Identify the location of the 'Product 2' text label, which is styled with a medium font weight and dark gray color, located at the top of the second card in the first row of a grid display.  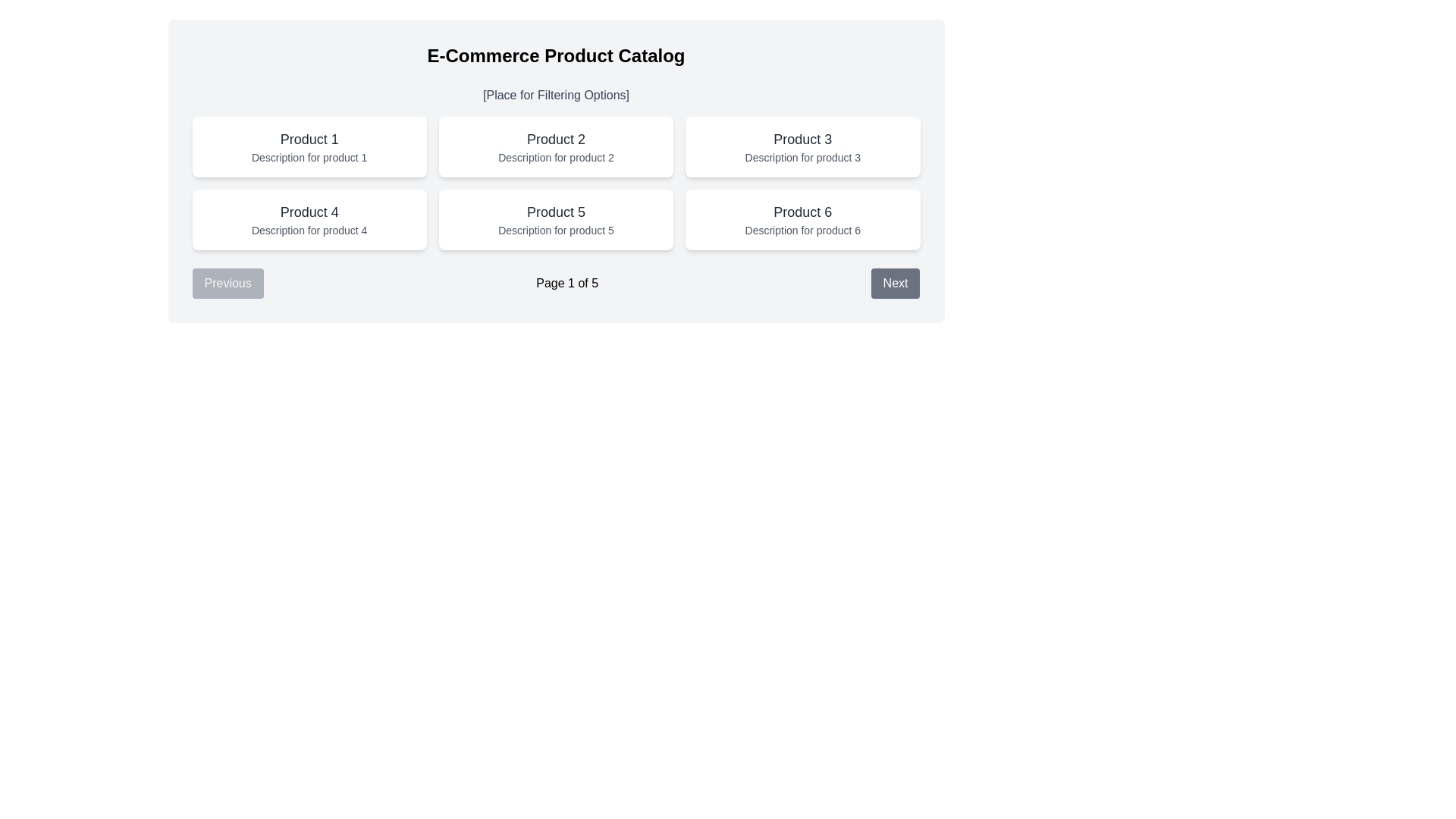
(555, 140).